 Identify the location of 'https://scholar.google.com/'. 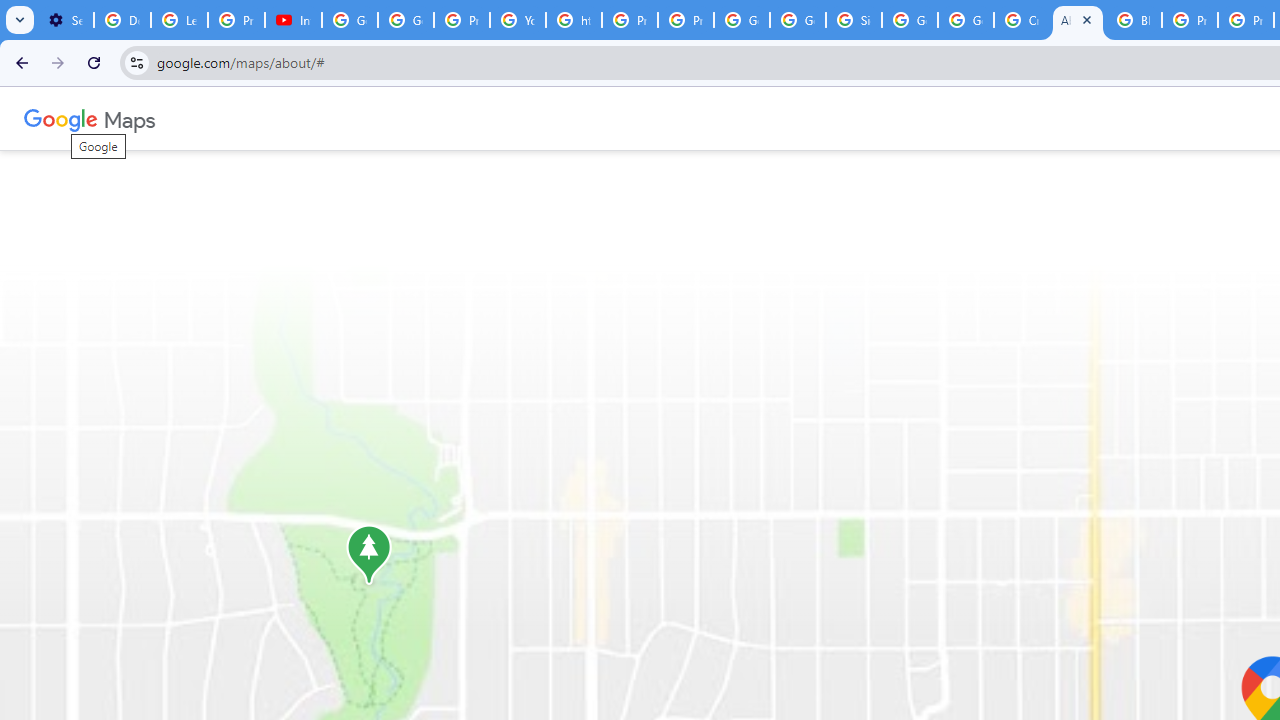
(573, 20).